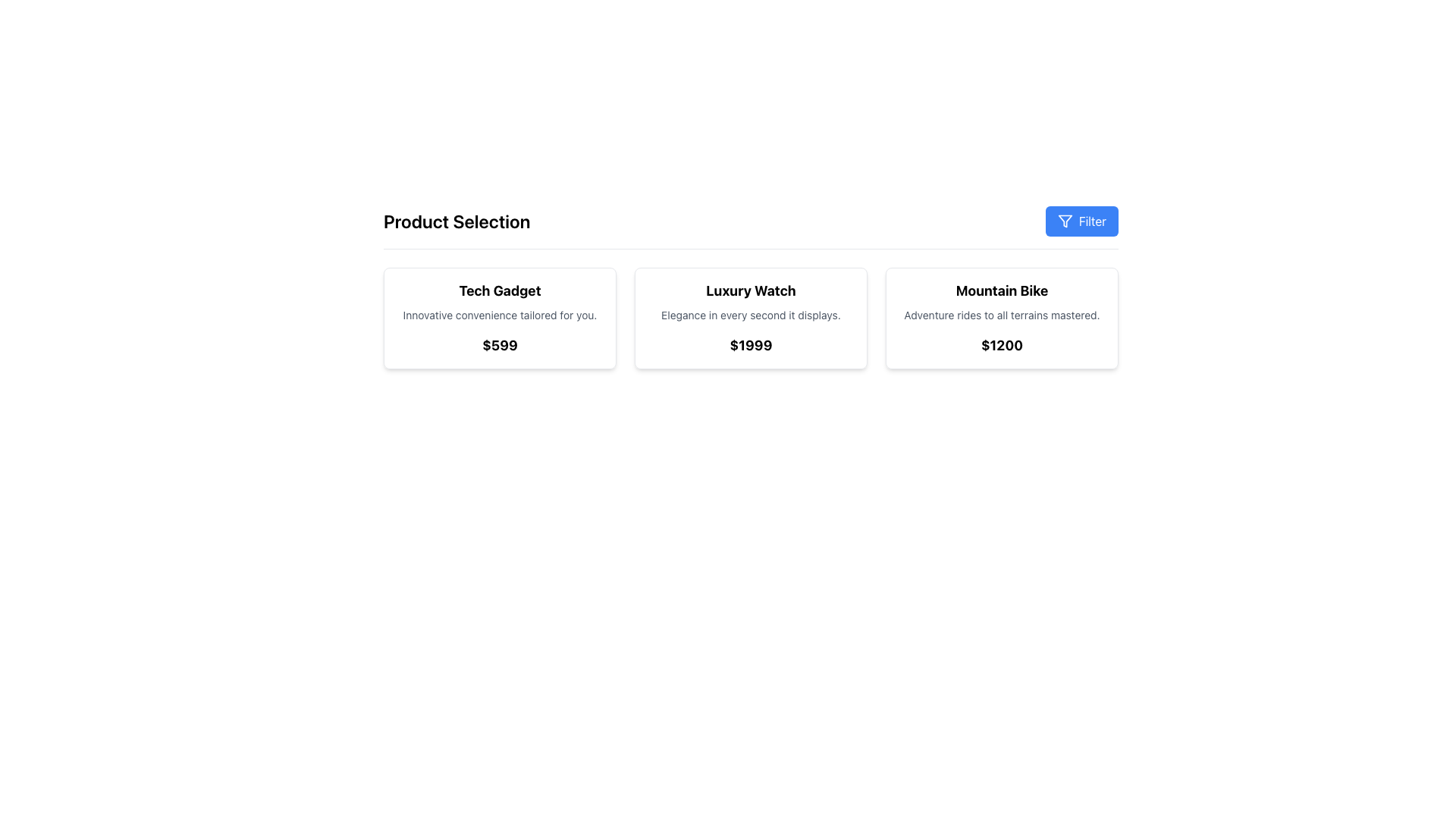 The height and width of the screenshot is (819, 1456). What do you see at coordinates (1002, 315) in the screenshot?
I see `the Text Label that provides a brief description of the 'Mountain Bike' product, located below the title and above the price` at bounding box center [1002, 315].